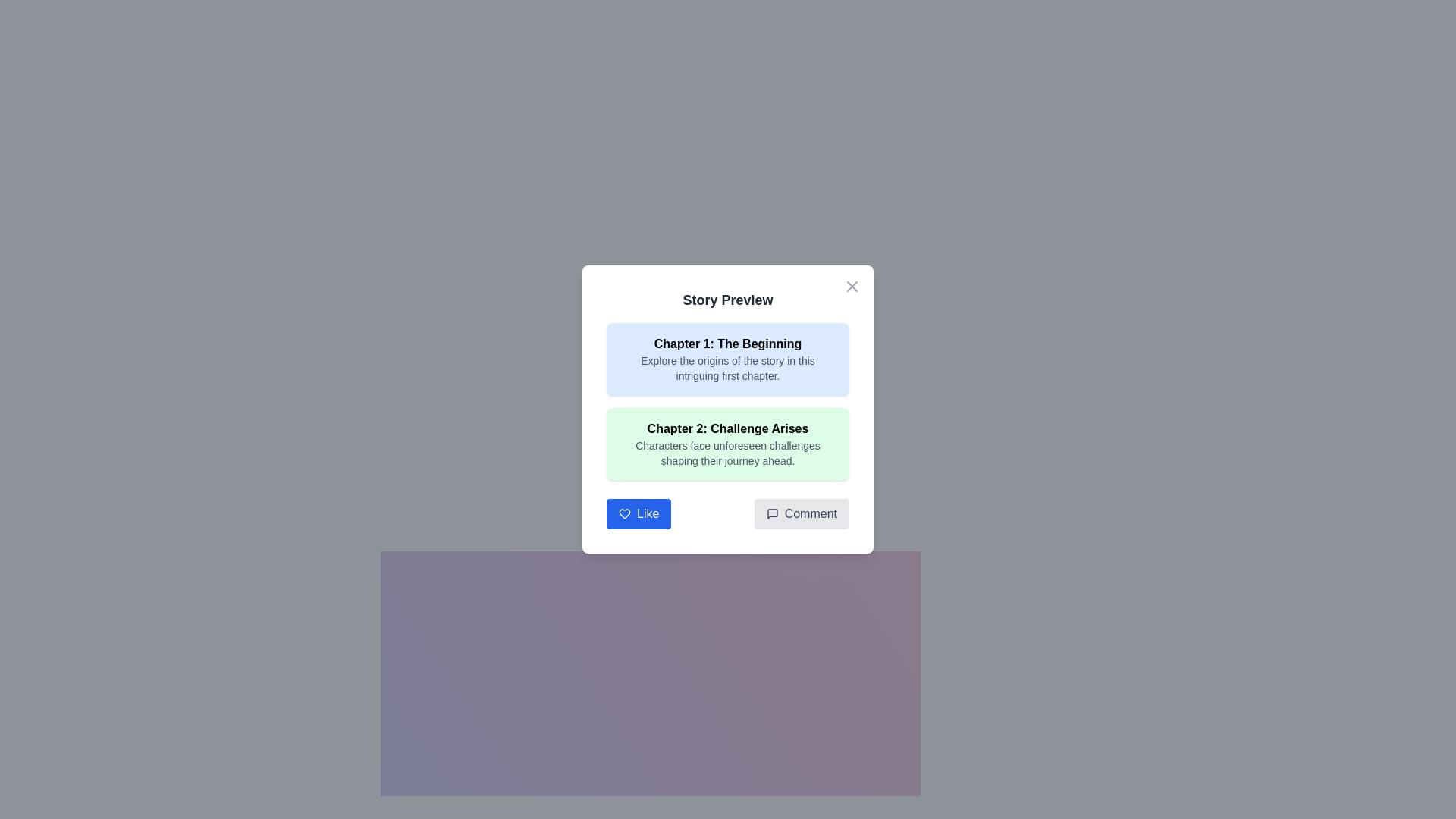 This screenshot has height=819, width=1456. I want to click on text label that says 'Comment' within the button located at the bottom-right corner of the dialog box, so click(810, 513).